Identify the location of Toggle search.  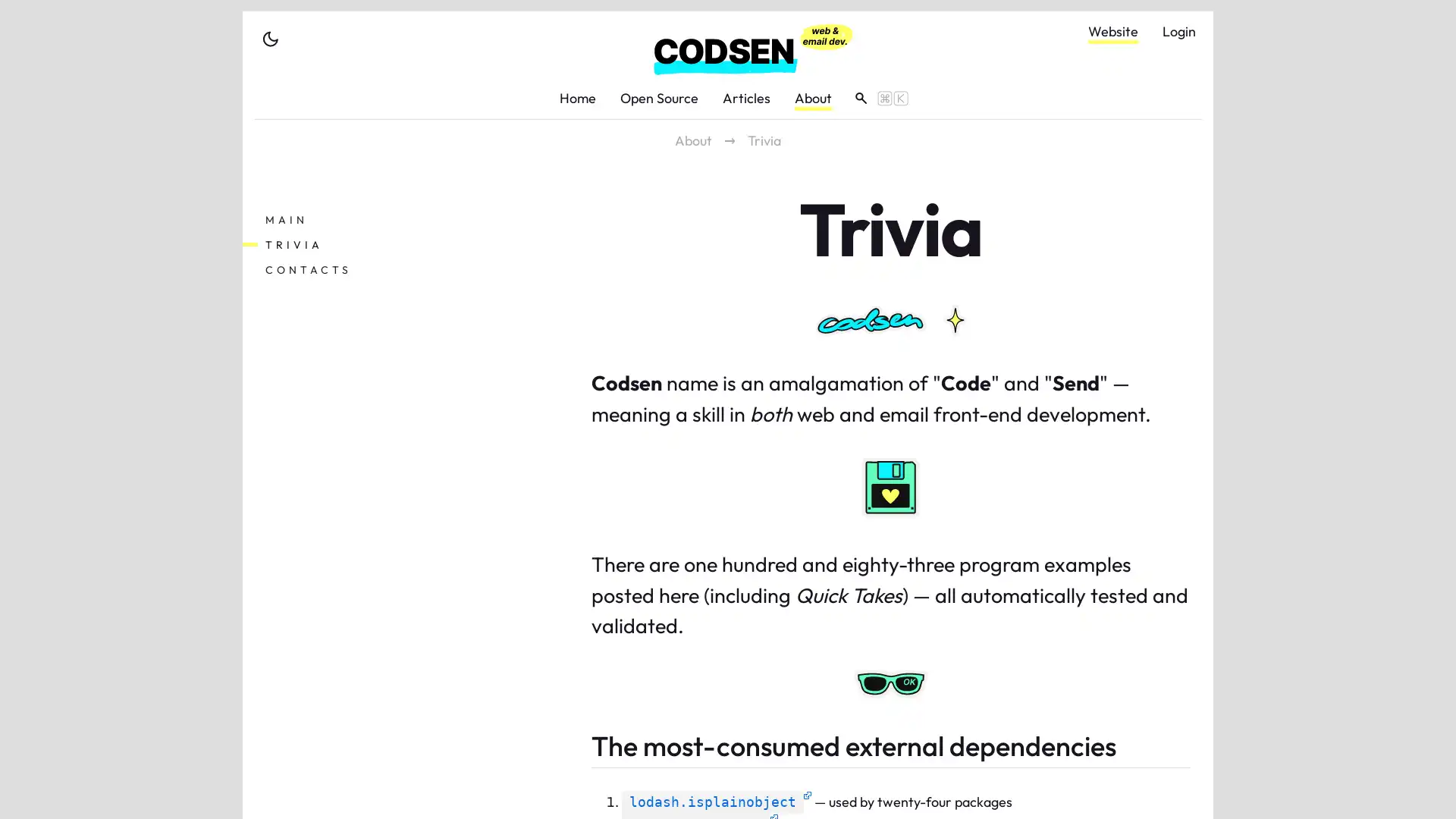
(876, 97).